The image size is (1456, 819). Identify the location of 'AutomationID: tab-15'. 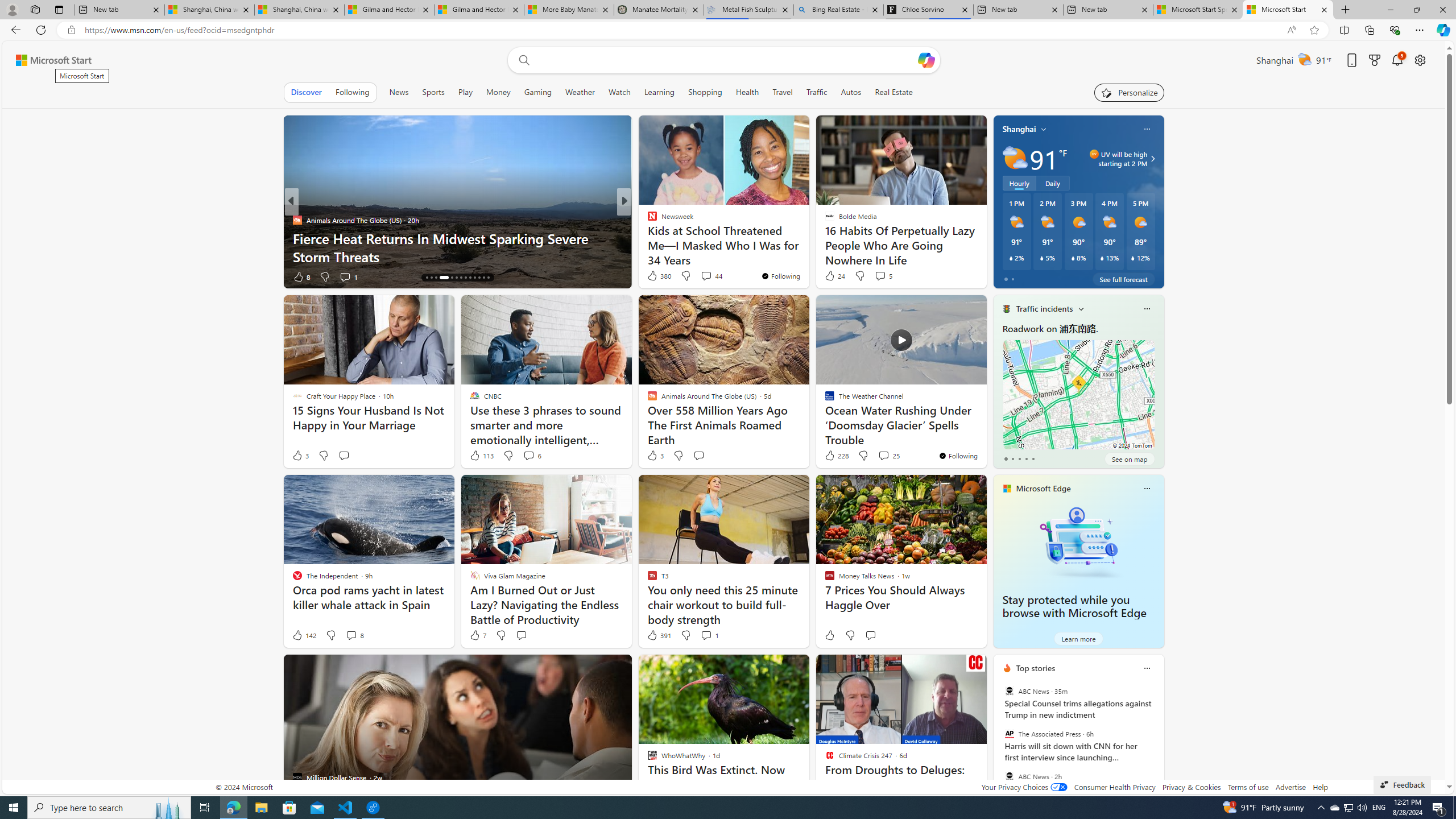
(431, 277).